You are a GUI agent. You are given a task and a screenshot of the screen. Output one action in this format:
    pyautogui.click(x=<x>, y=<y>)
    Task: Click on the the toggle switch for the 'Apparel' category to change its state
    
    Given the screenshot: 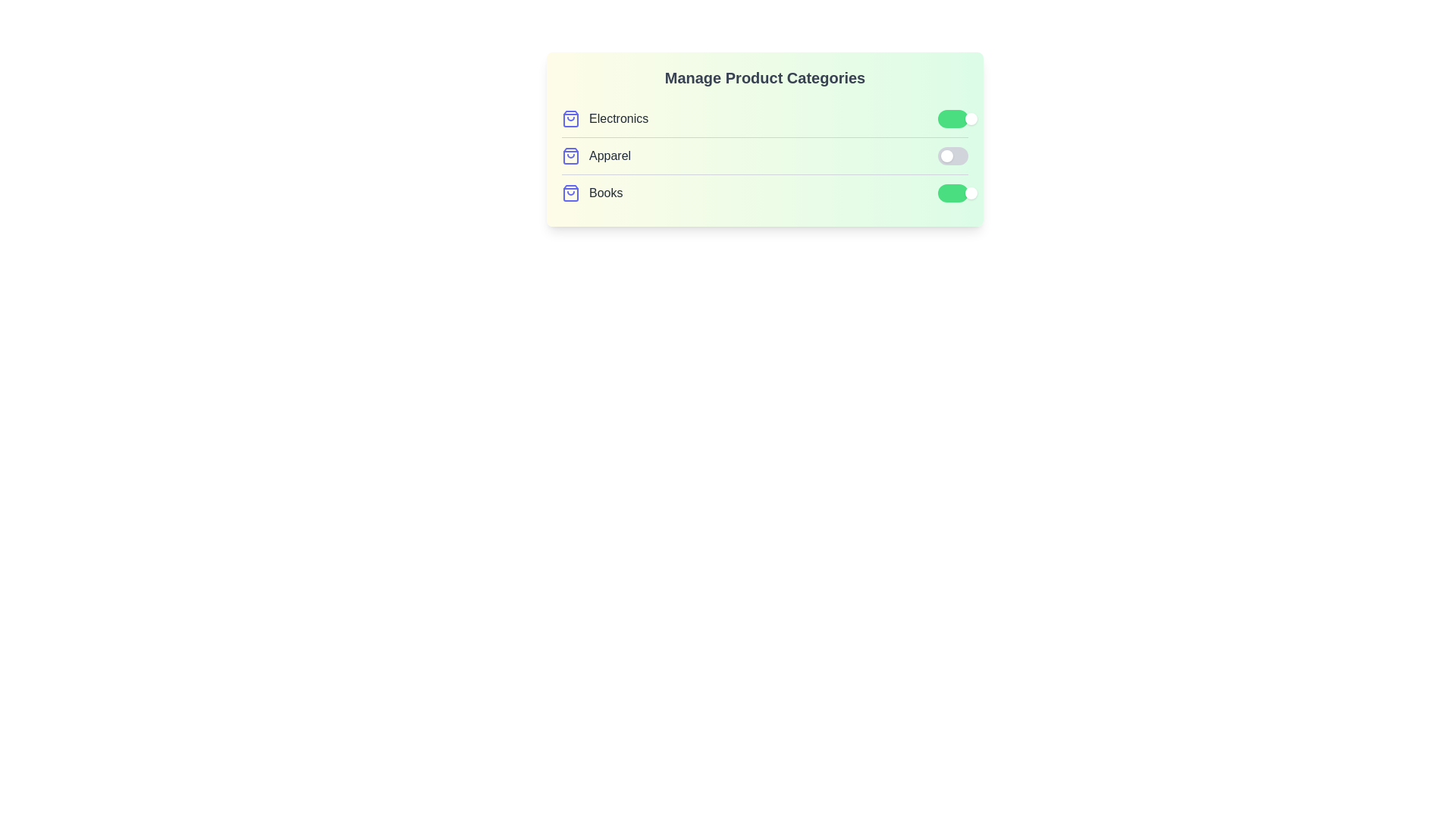 What is the action you would take?
    pyautogui.click(x=952, y=155)
    